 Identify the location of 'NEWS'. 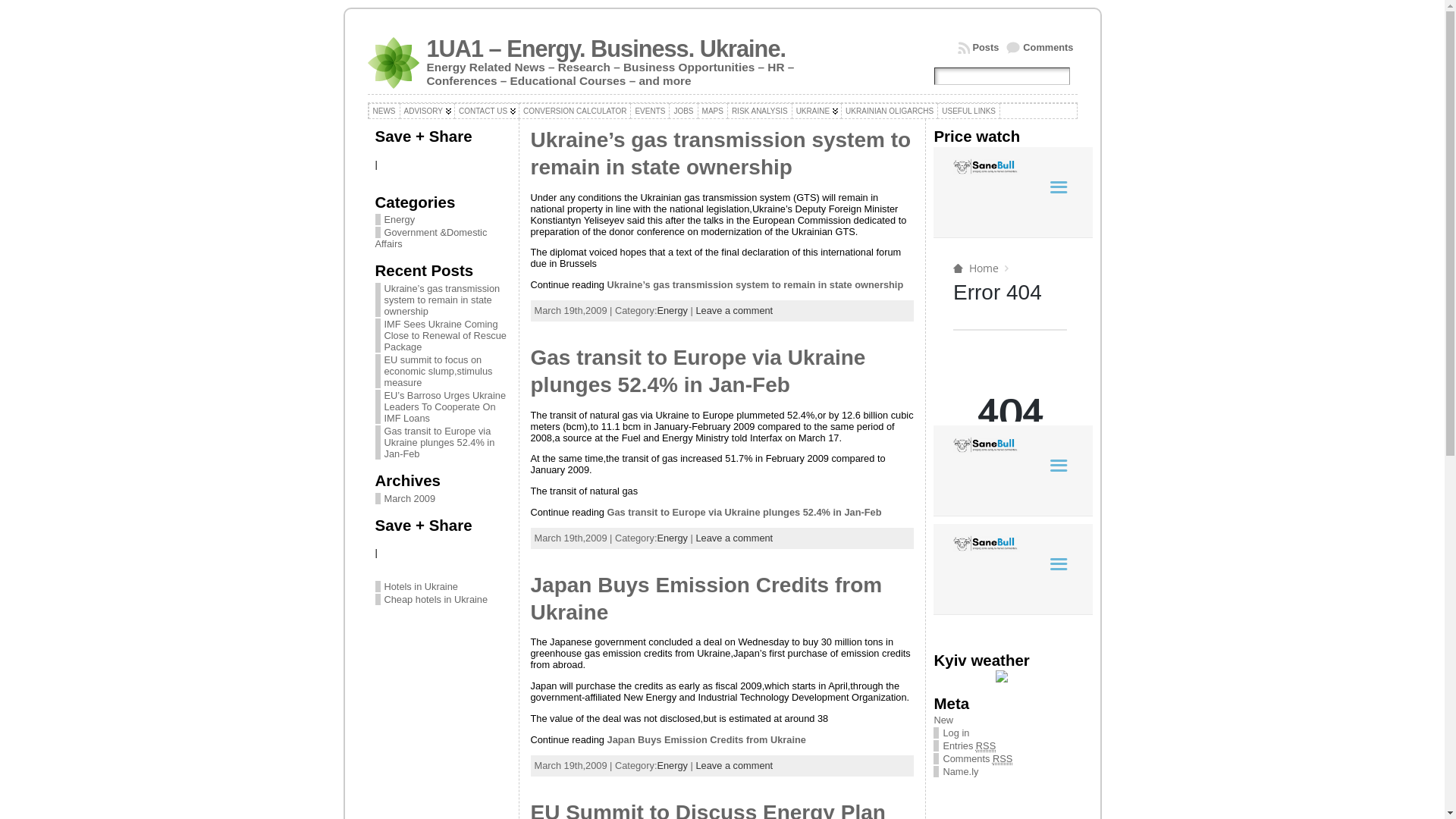
(384, 110).